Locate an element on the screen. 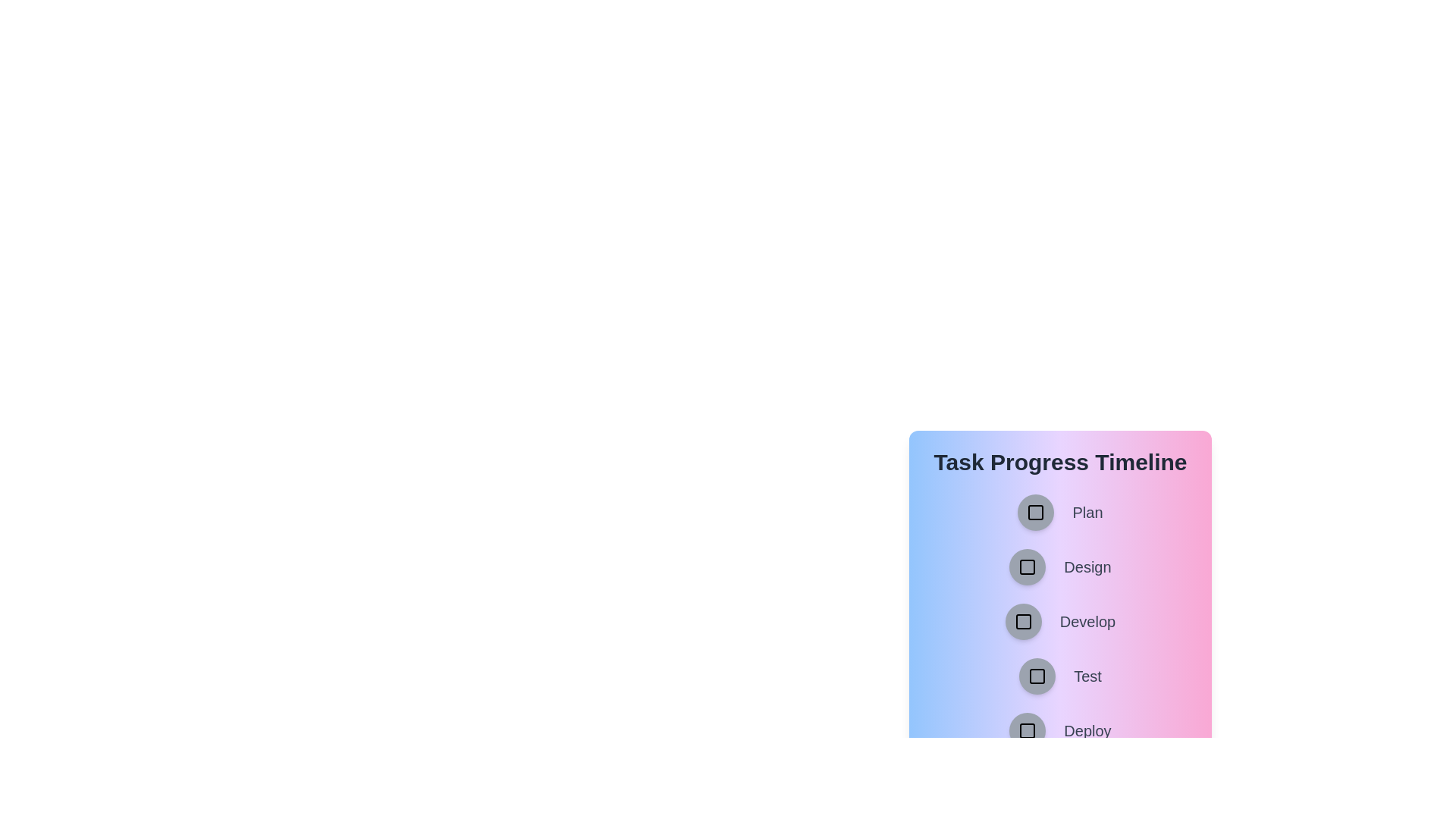  the task name associated with the button labeled Deploy is located at coordinates (1087, 730).